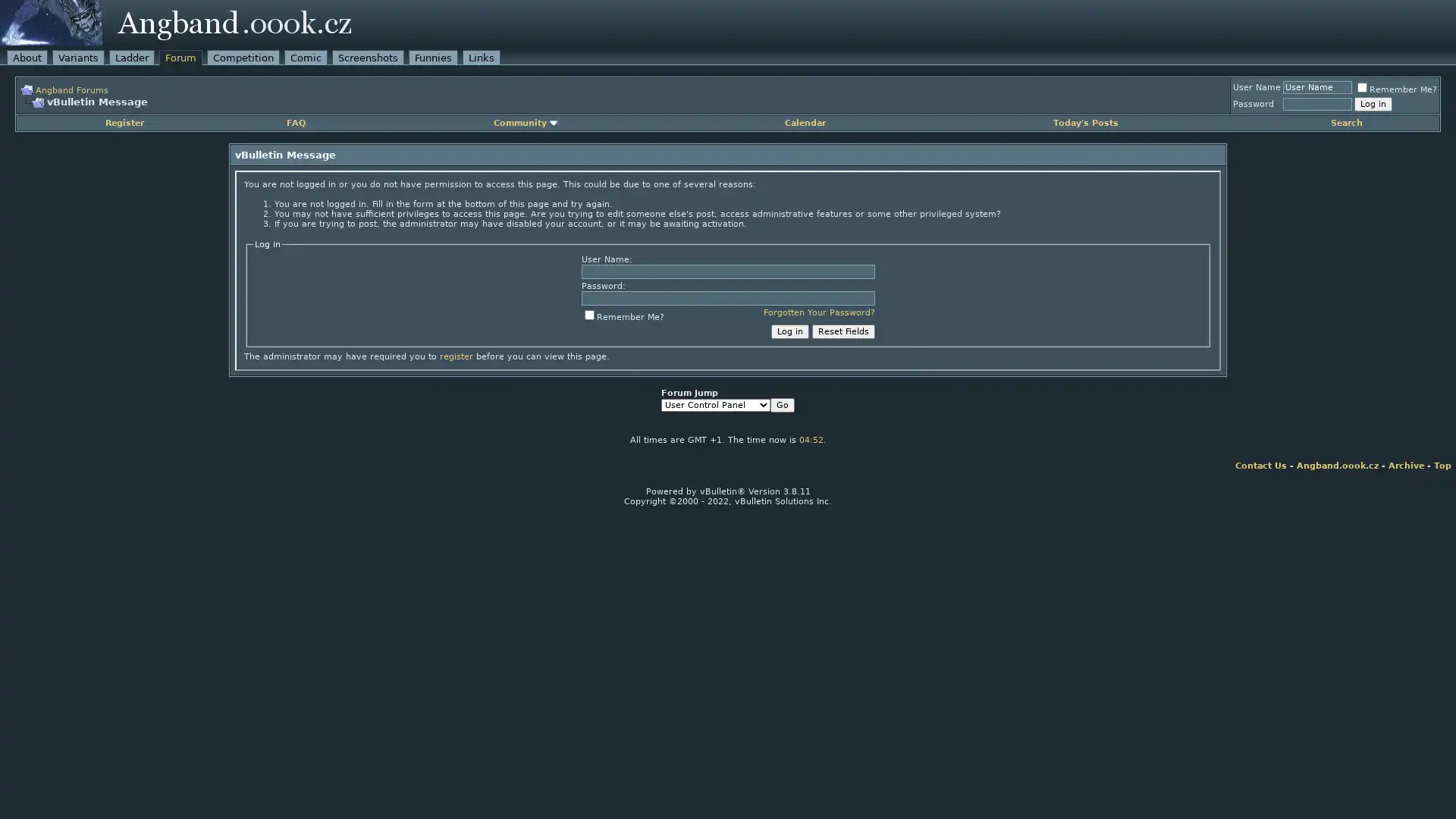 This screenshot has height=819, width=1456. What do you see at coordinates (789, 330) in the screenshot?
I see `Log in` at bounding box center [789, 330].